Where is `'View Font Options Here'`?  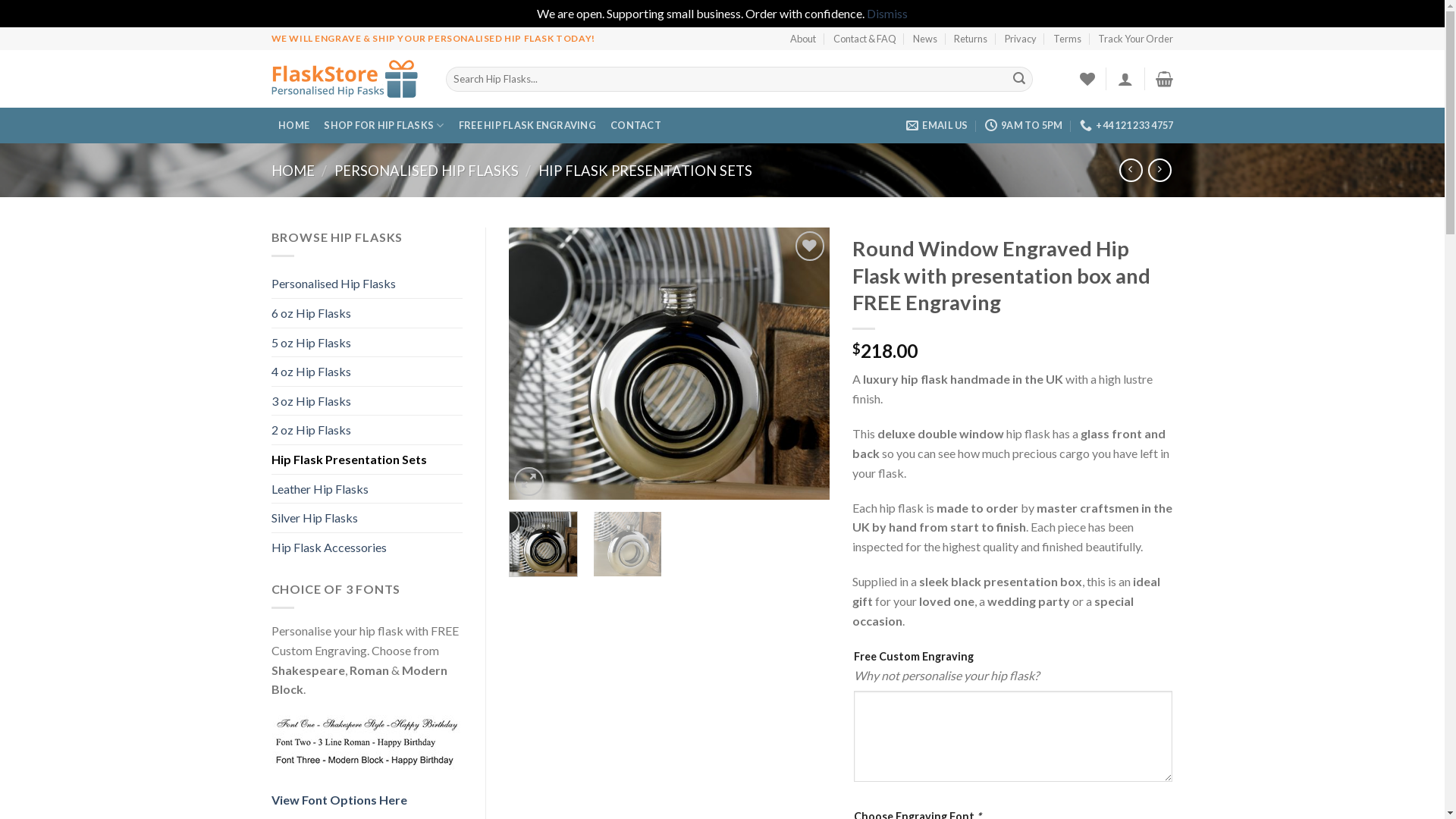 'View Font Options Here' is located at coordinates (338, 799).